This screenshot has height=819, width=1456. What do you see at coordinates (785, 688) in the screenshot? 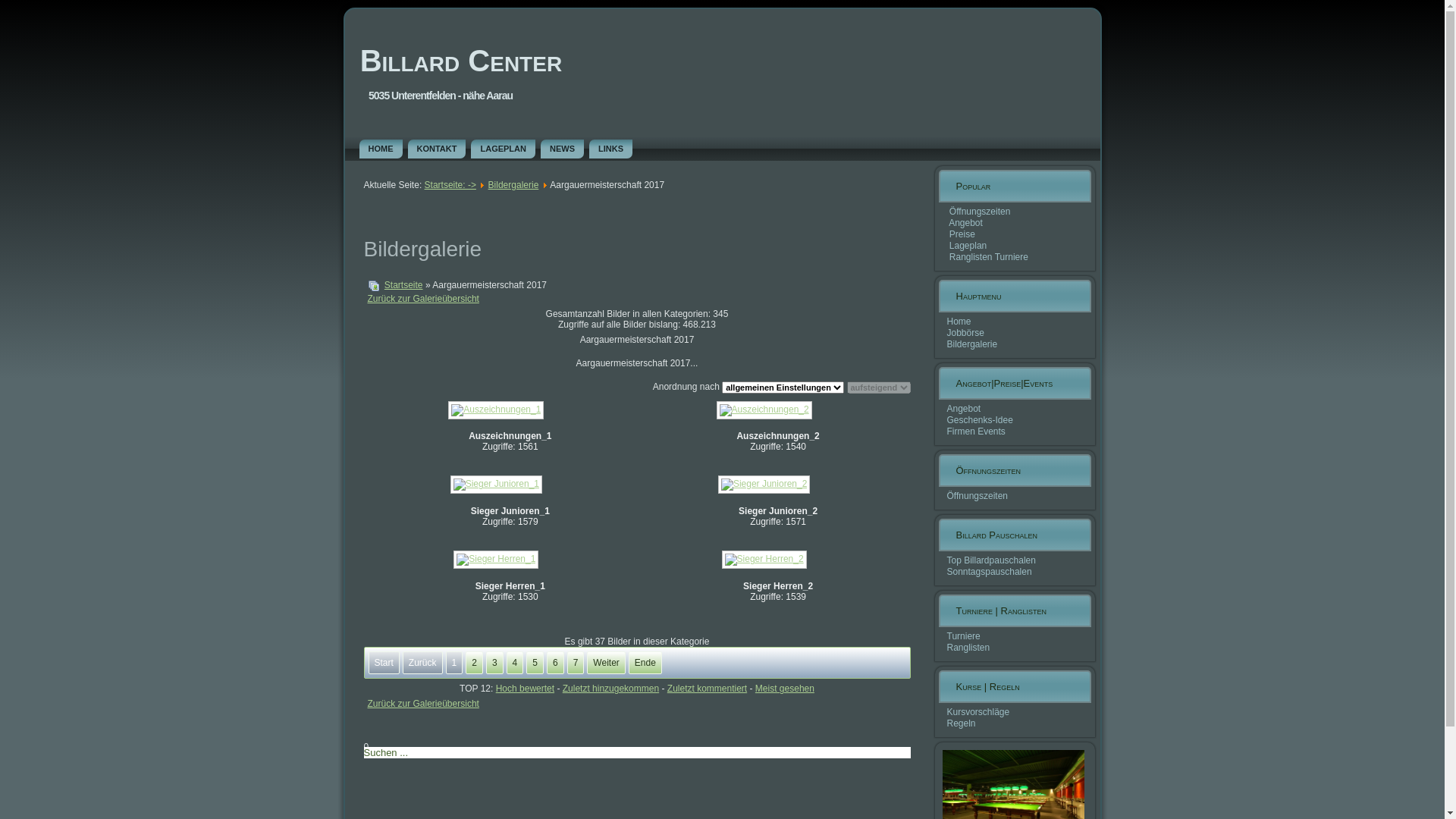
I see `'Meist gesehen'` at bounding box center [785, 688].